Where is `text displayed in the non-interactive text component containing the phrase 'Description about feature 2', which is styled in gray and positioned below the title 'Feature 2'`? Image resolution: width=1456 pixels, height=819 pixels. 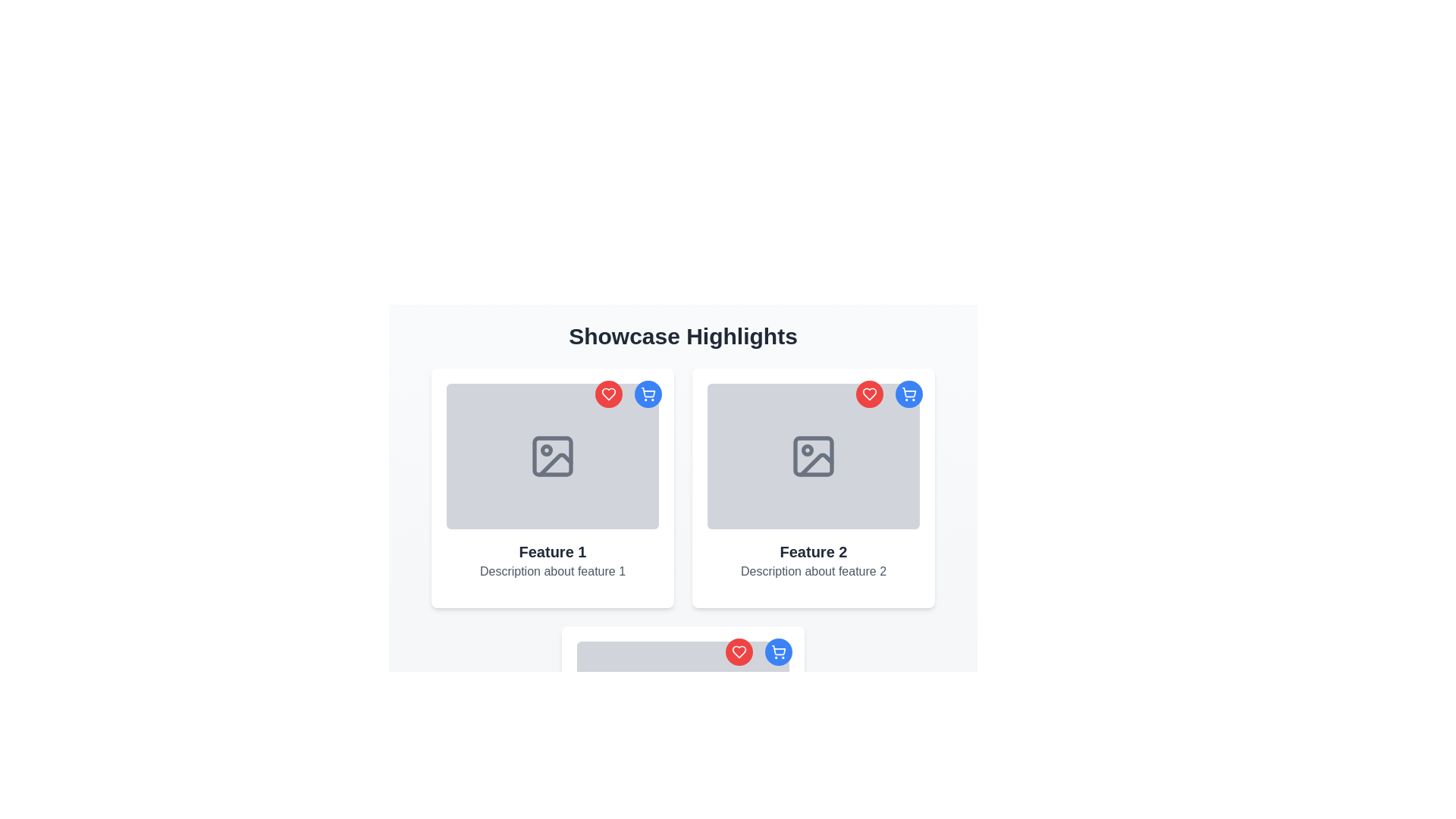
text displayed in the non-interactive text component containing the phrase 'Description about feature 2', which is styled in gray and positioned below the title 'Feature 2' is located at coordinates (813, 571).